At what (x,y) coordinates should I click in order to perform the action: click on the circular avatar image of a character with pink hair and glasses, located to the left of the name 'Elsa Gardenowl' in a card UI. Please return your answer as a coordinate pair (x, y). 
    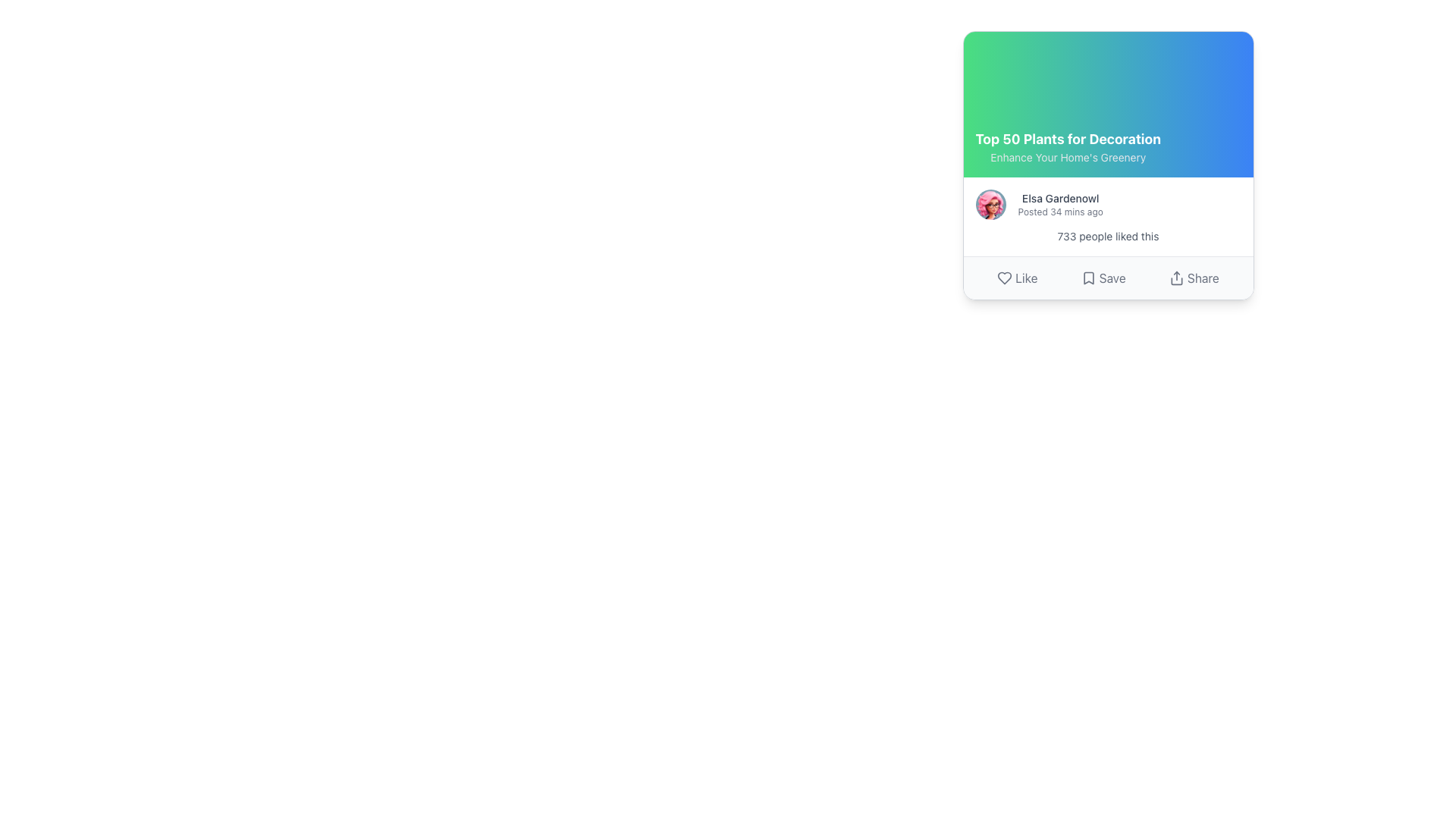
    Looking at the image, I should click on (990, 205).